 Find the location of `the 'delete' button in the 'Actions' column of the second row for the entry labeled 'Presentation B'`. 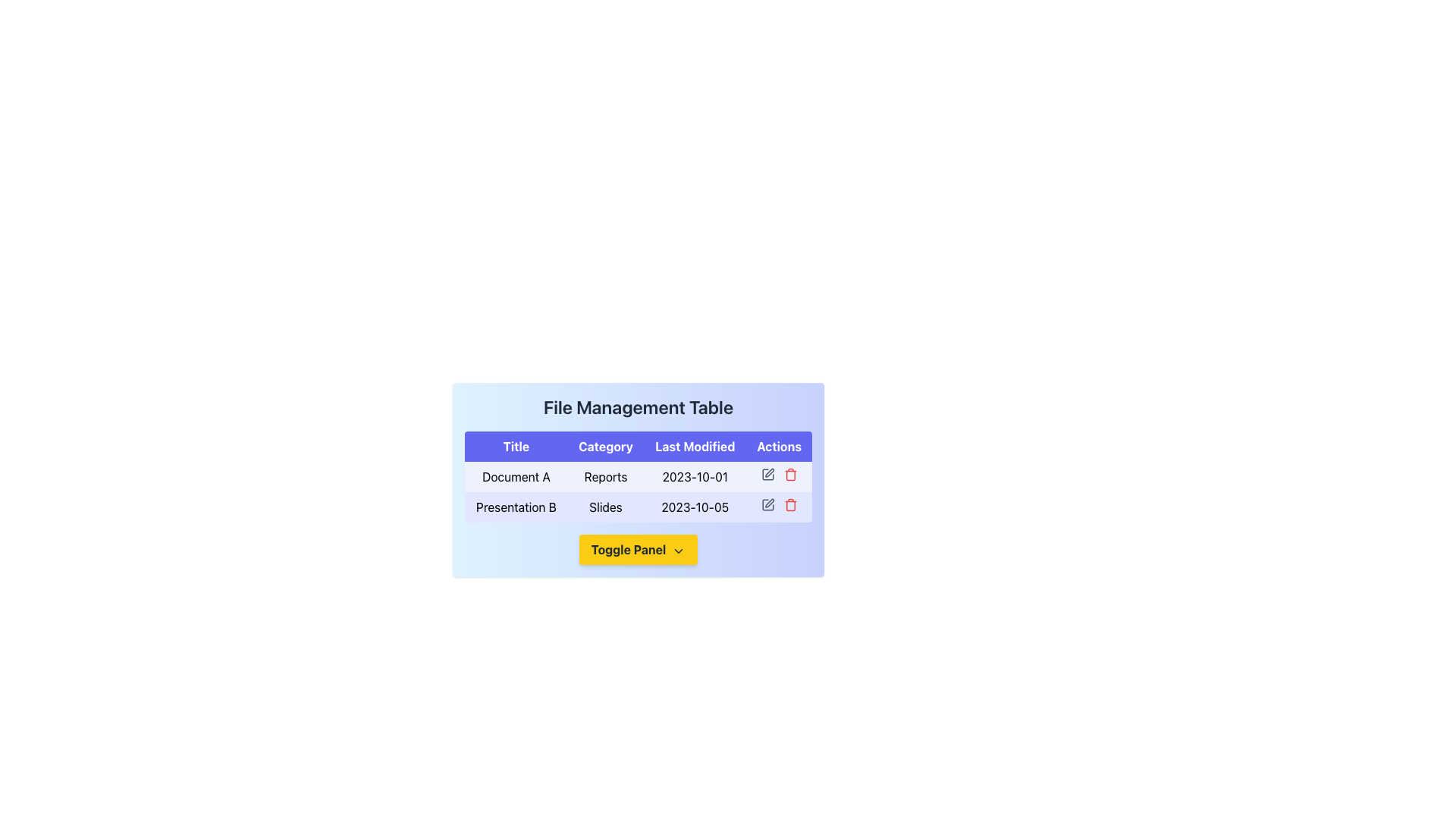

the 'delete' button in the 'Actions' column of the second row for the entry labeled 'Presentation B' is located at coordinates (789, 505).